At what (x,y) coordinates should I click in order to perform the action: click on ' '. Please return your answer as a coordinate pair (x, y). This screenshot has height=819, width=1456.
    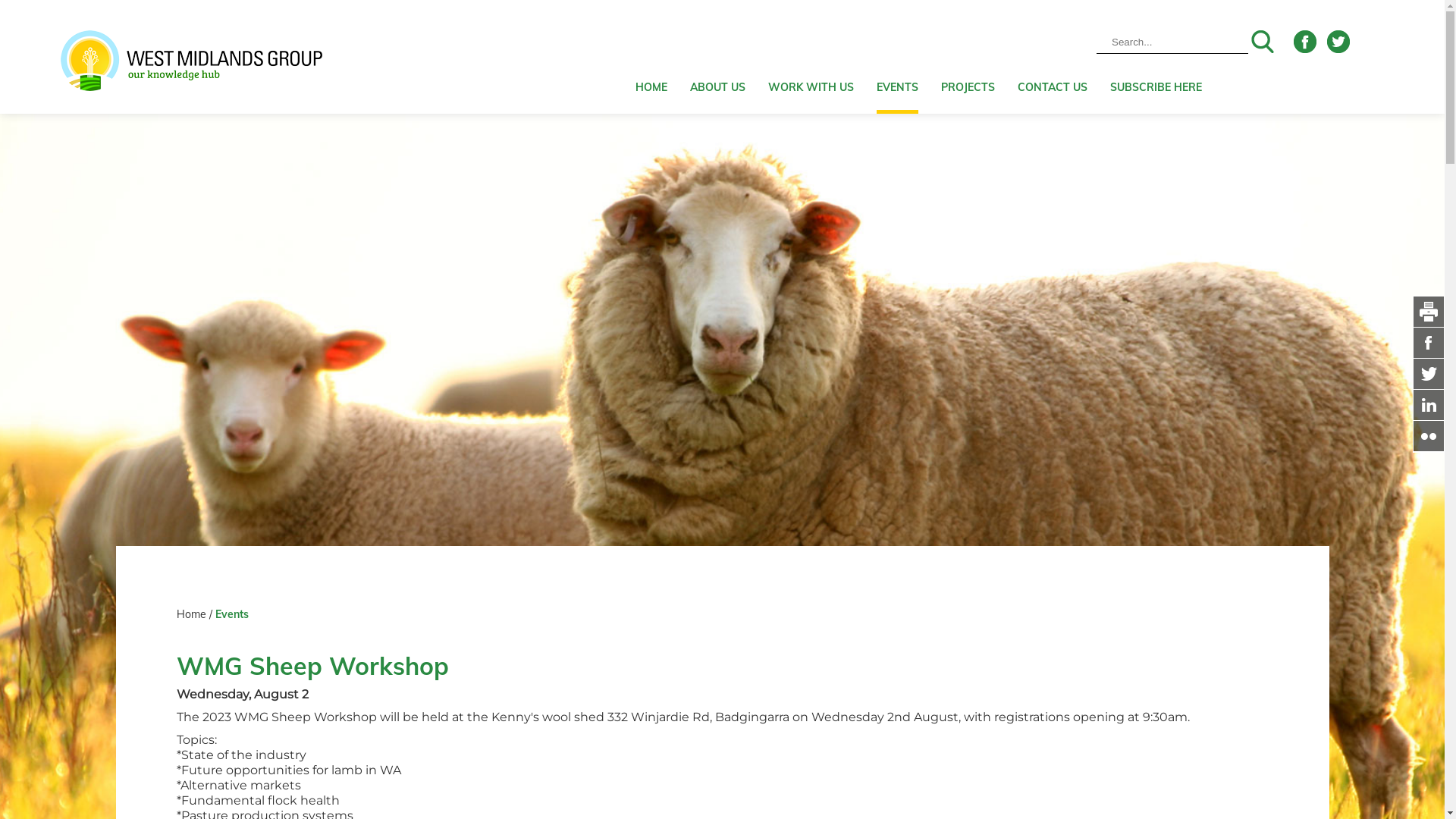
    Looking at the image, I should click on (1427, 373).